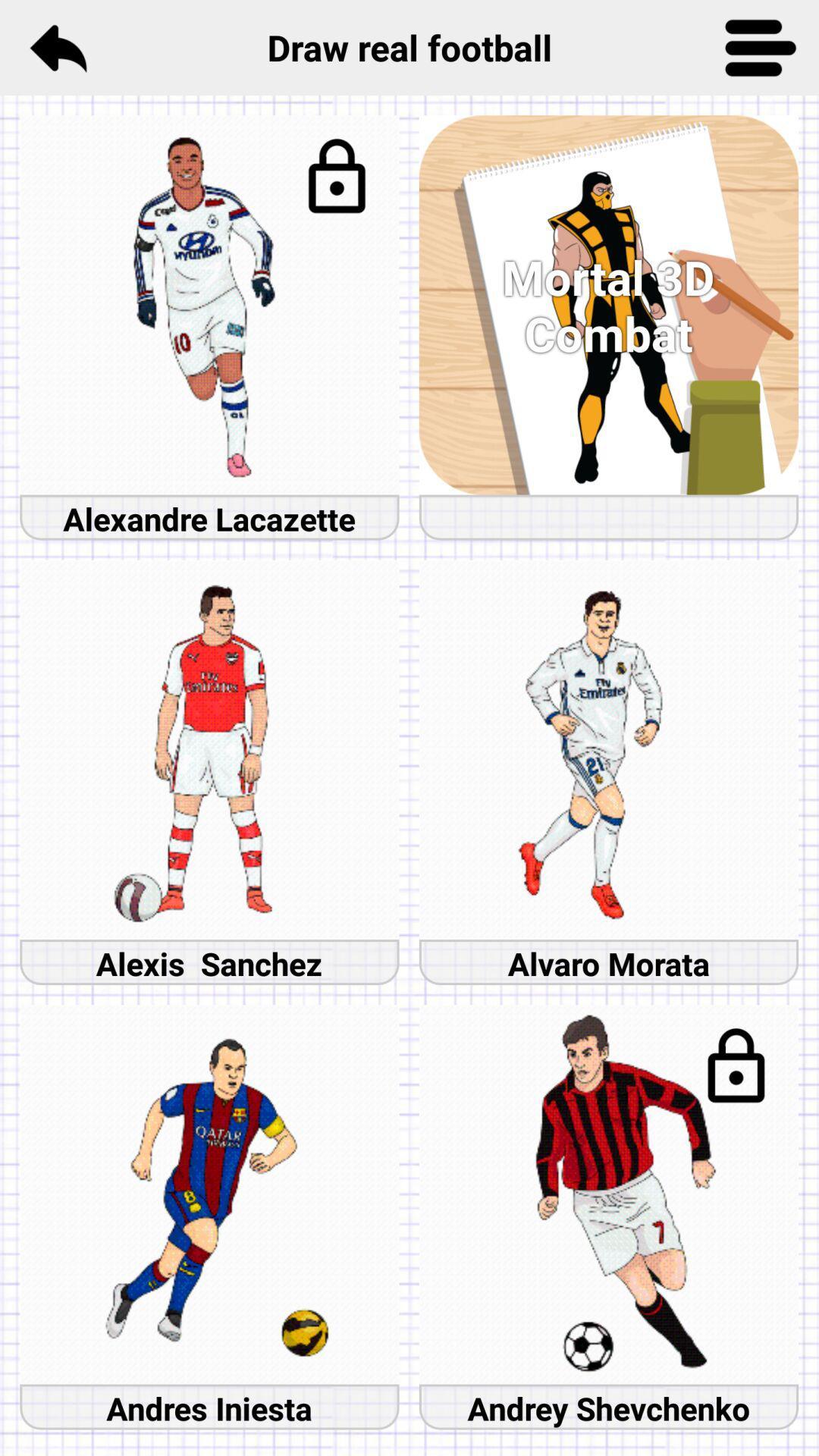 The image size is (819, 1456). I want to click on menu, so click(761, 47).